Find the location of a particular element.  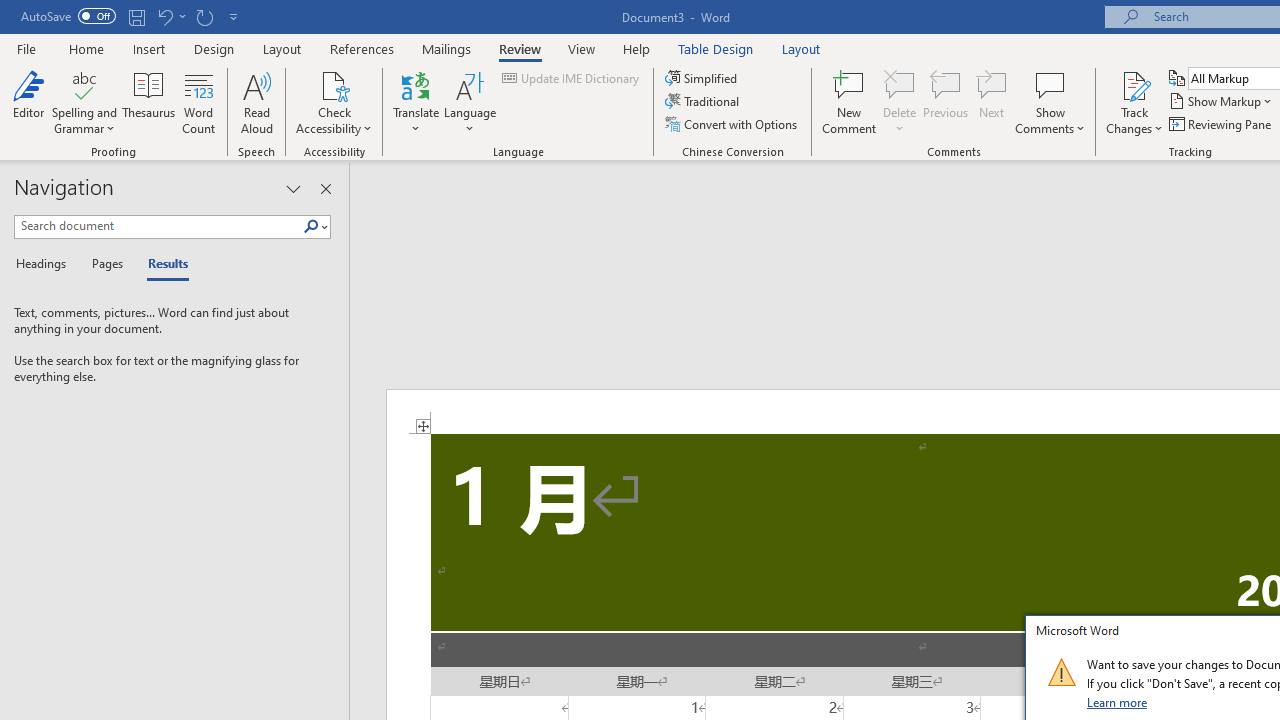

'Spelling and Grammar' is located at coordinates (84, 84).